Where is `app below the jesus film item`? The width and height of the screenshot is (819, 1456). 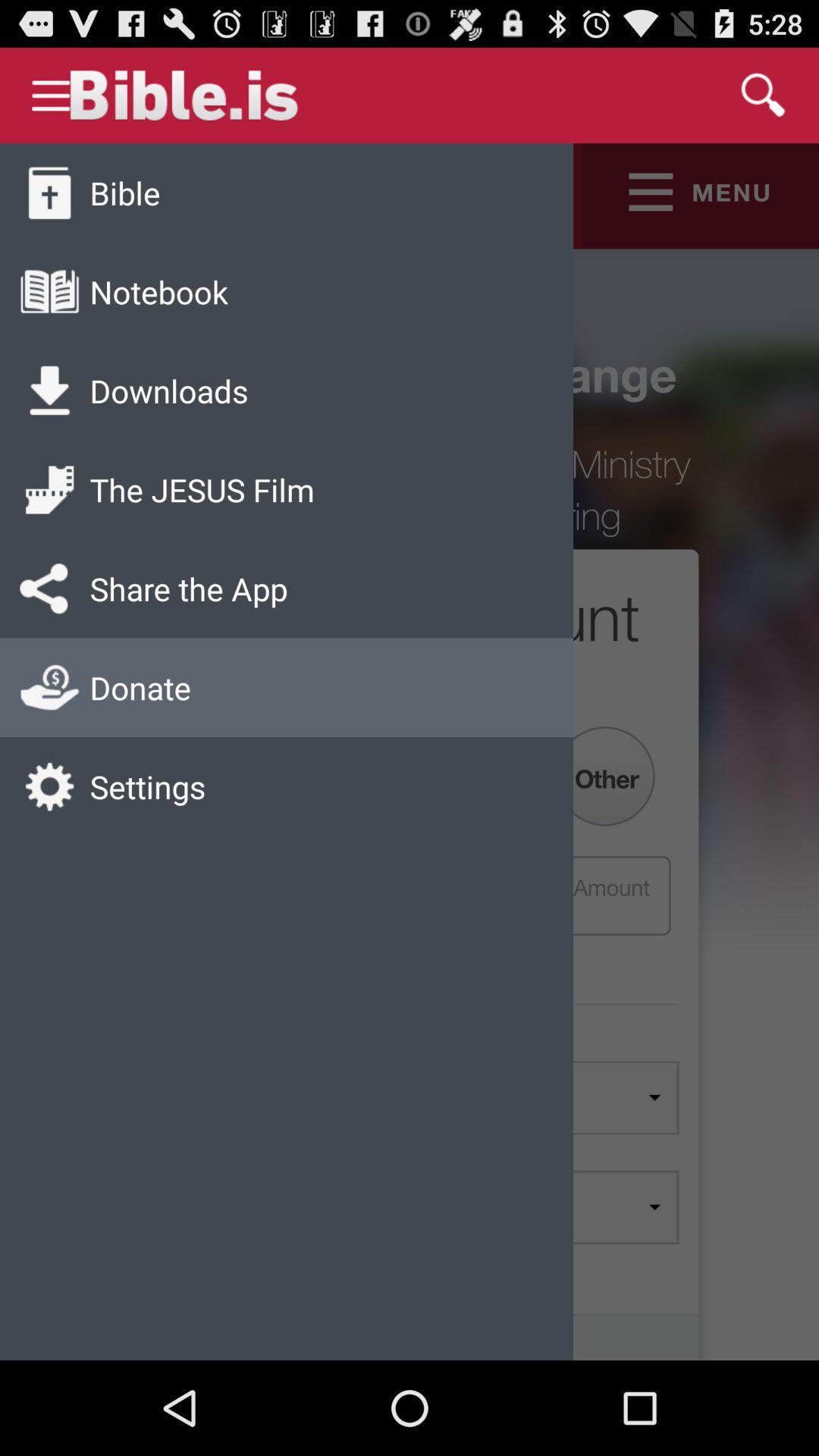 app below the jesus film item is located at coordinates (188, 588).